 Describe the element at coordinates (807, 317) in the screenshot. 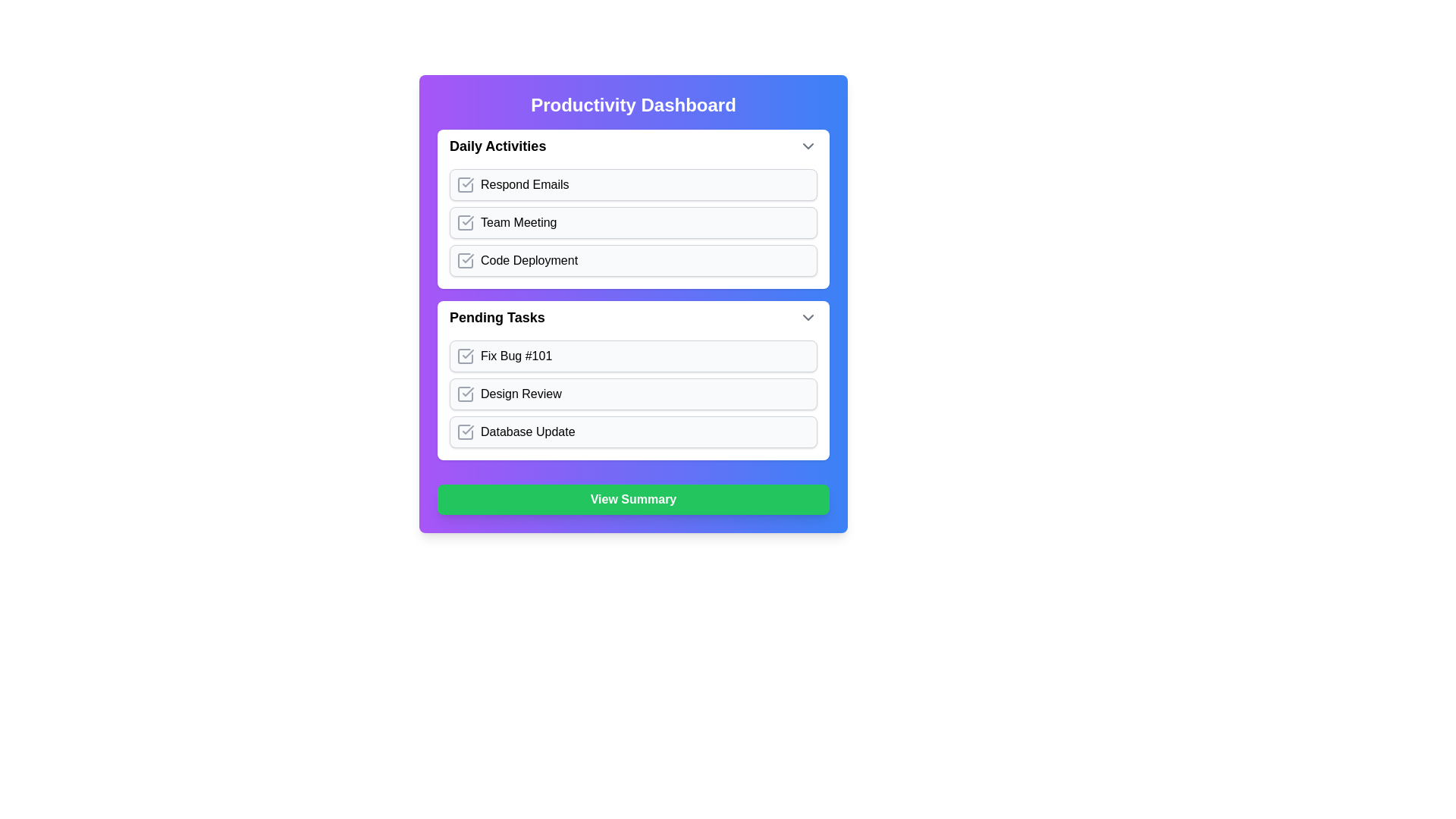

I see `the chevron icon located at the far right of the 'Pending Tasks' section header, which serves as a toggle for expanding or collapsing that section` at that location.